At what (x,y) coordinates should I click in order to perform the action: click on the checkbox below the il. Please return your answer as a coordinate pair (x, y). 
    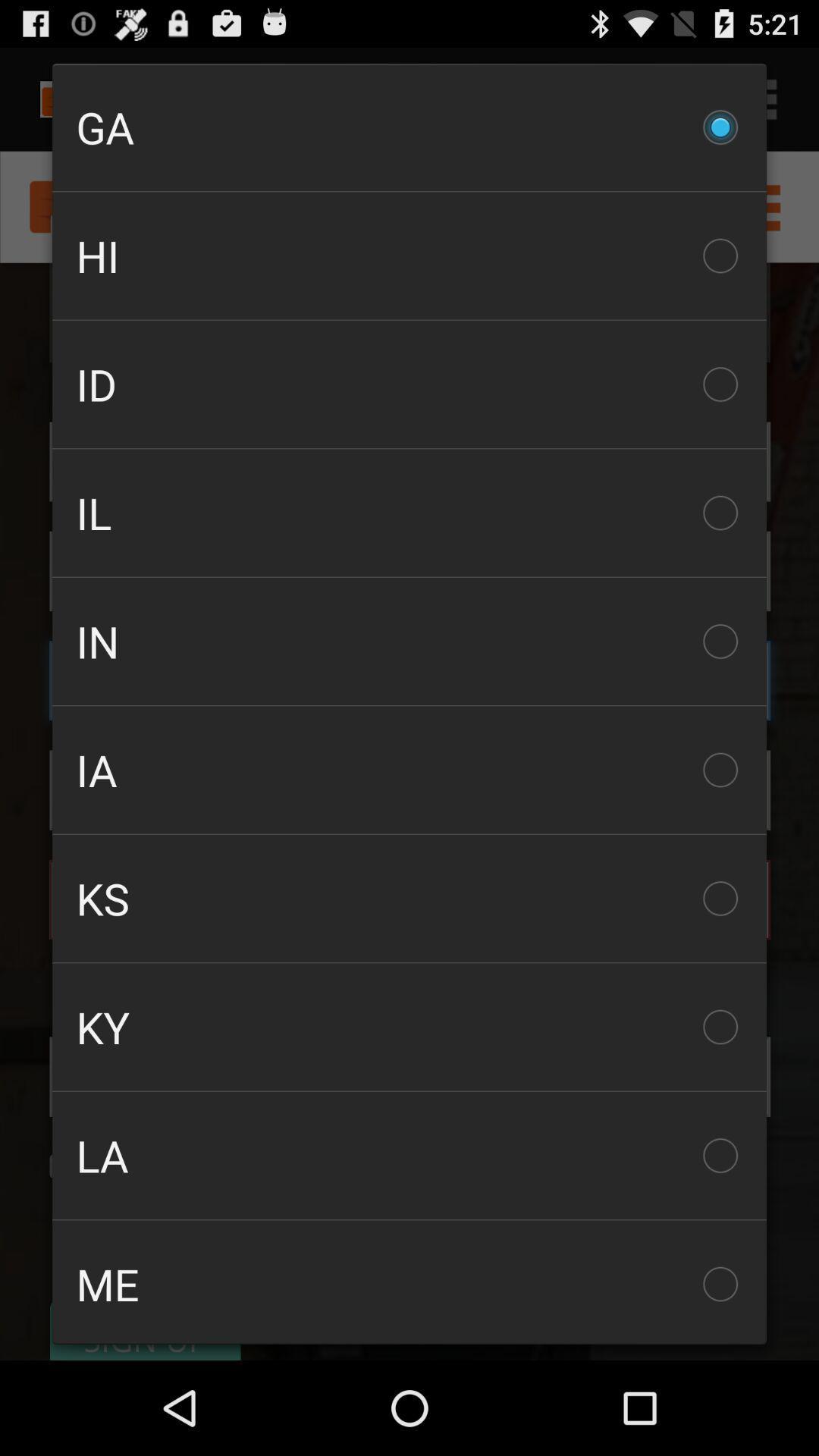
    Looking at the image, I should click on (409, 641).